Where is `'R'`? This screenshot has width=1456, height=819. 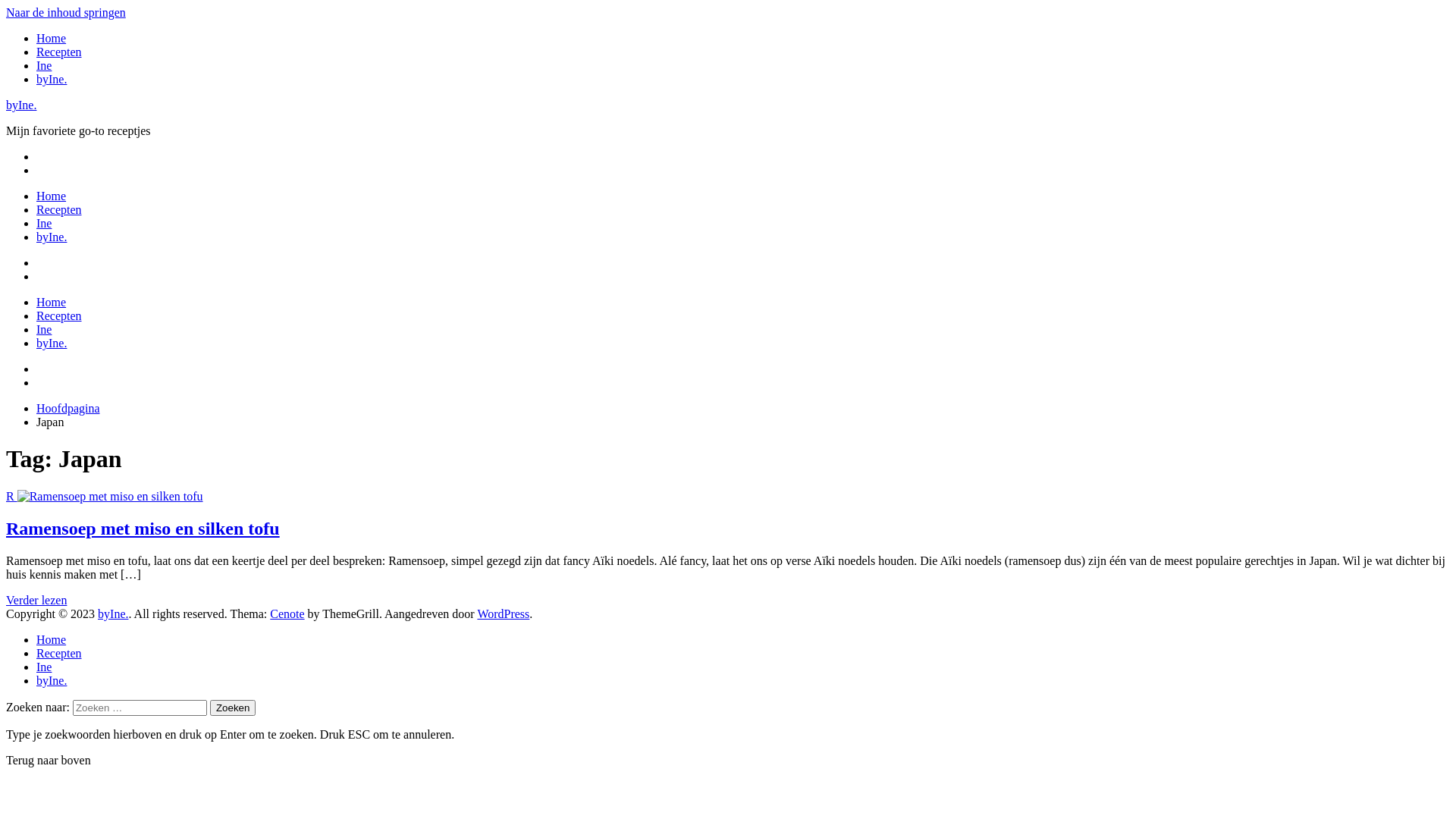 'R' is located at coordinates (104, 496).